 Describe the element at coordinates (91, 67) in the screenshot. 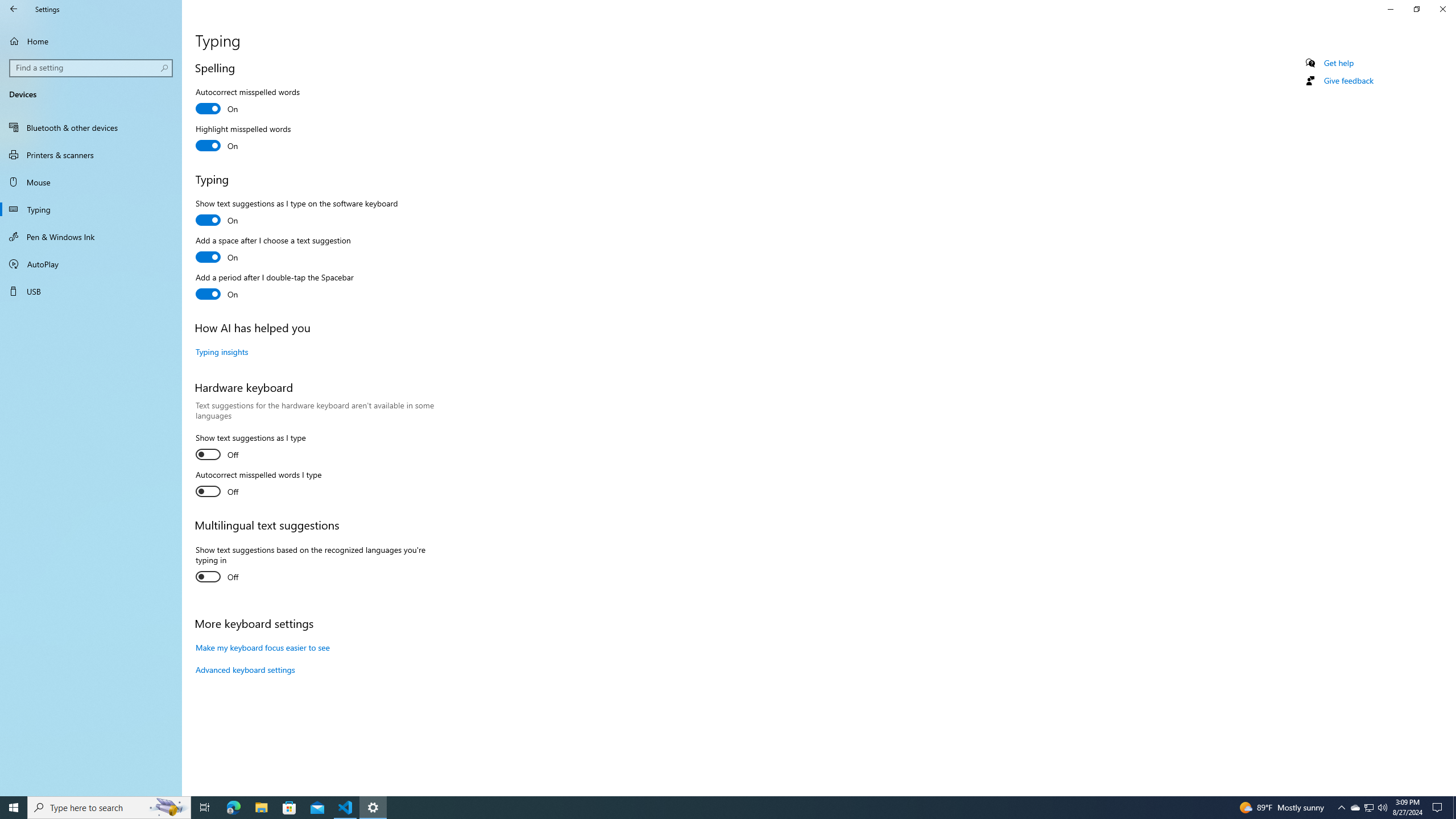

I see `'Search box, Find a setting'` at that location.